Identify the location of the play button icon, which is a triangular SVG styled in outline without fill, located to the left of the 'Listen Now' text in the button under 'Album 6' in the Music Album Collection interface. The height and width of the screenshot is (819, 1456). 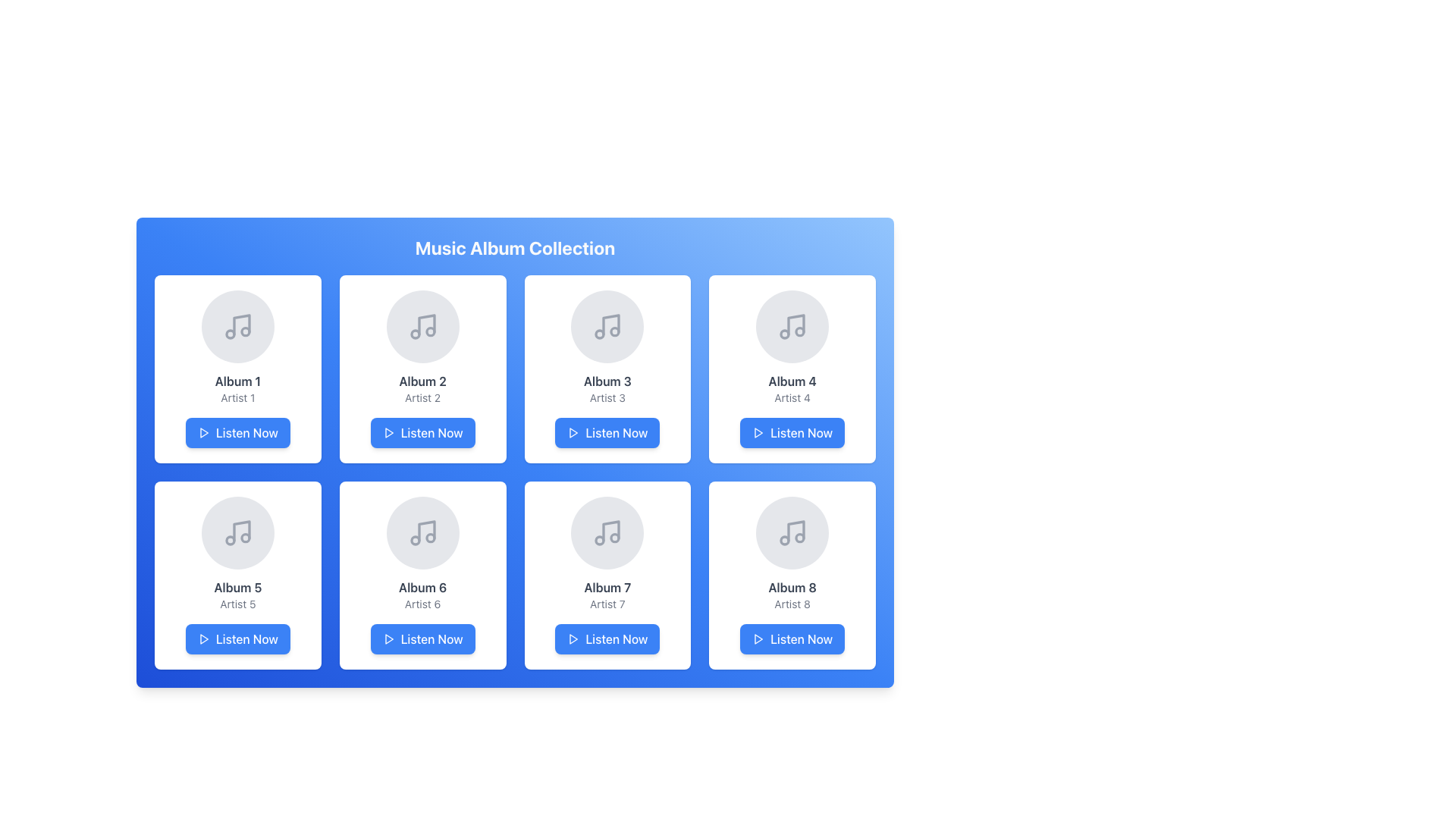
(388, 639).